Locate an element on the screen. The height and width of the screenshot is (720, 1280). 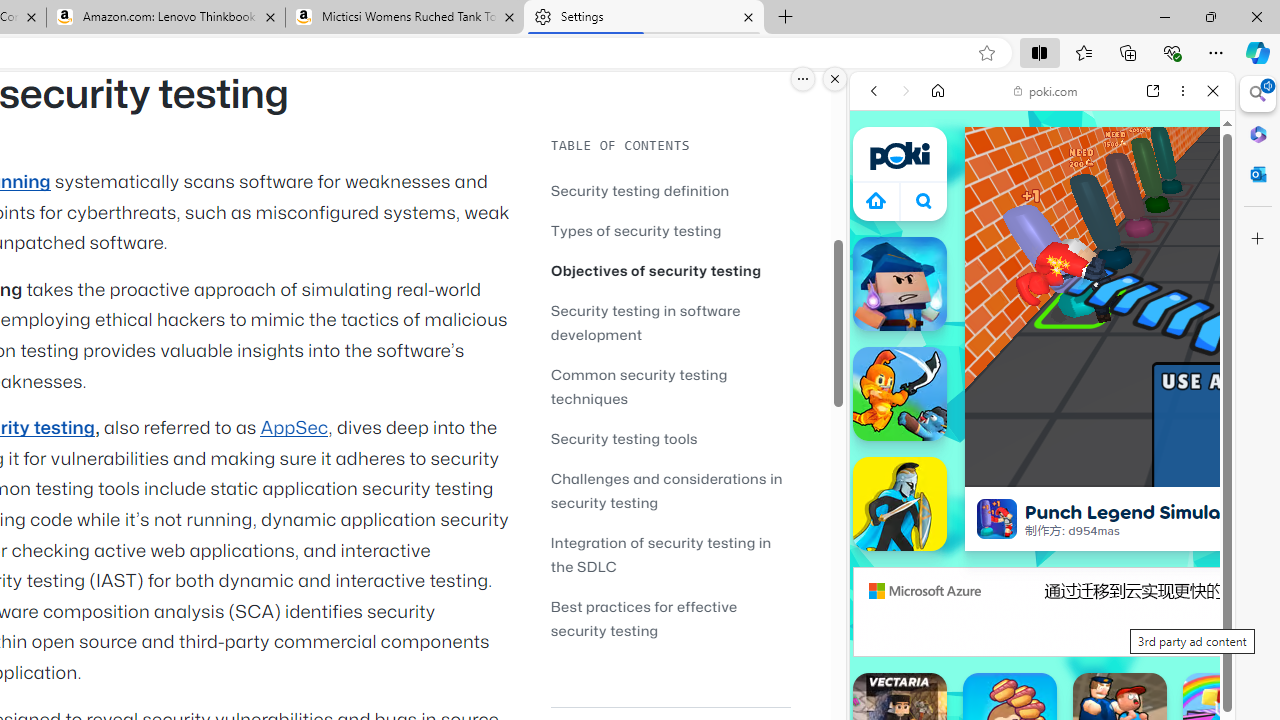
'Security testing definition' is located at coordinates (640, 190).